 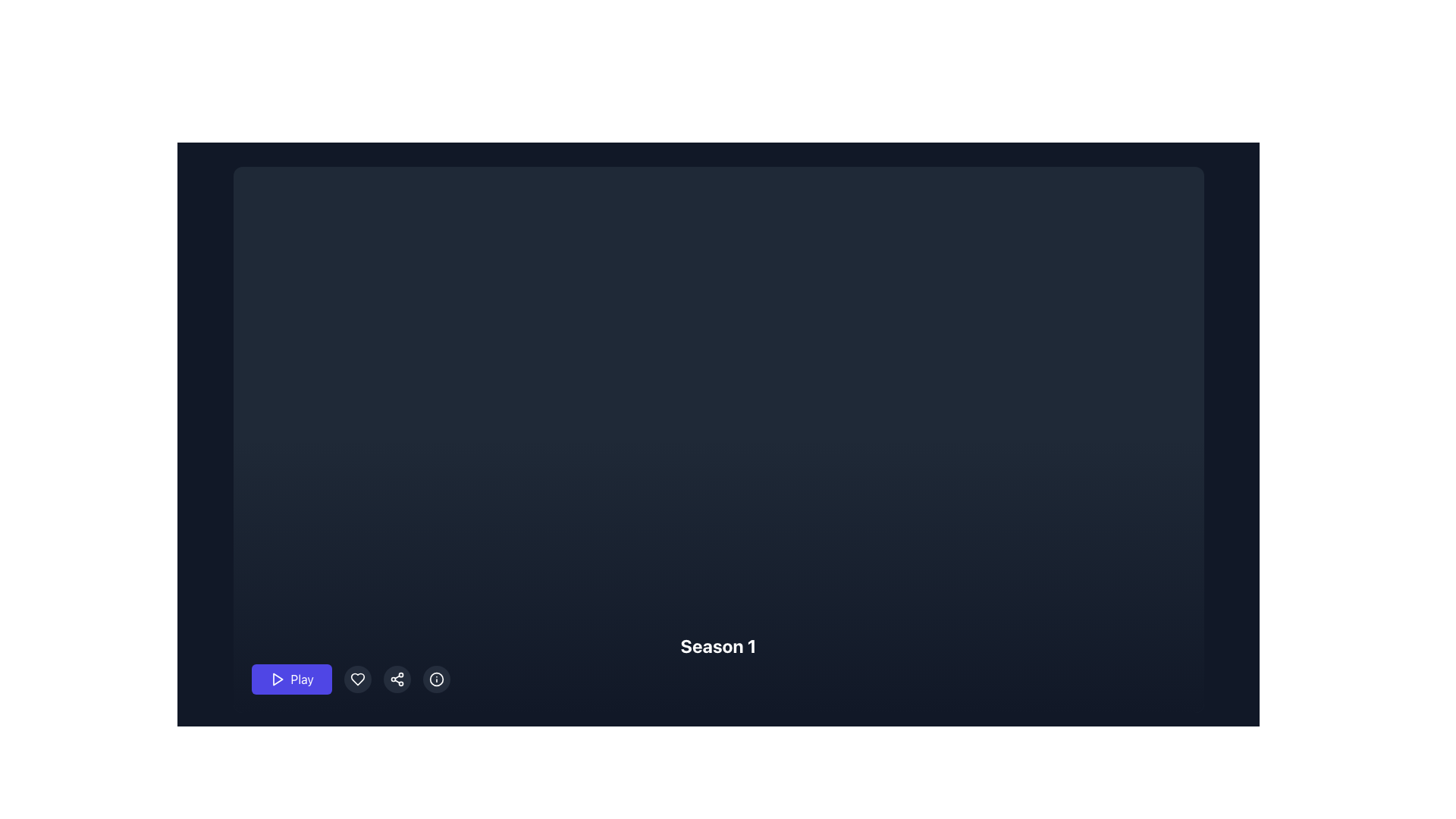 What do you see at coordinates (277, 678) in the screenshot?
I see `the 'Play' button which contains a triangular play icon outlined in white on a dark blue background` at bounding box center [277, 678].